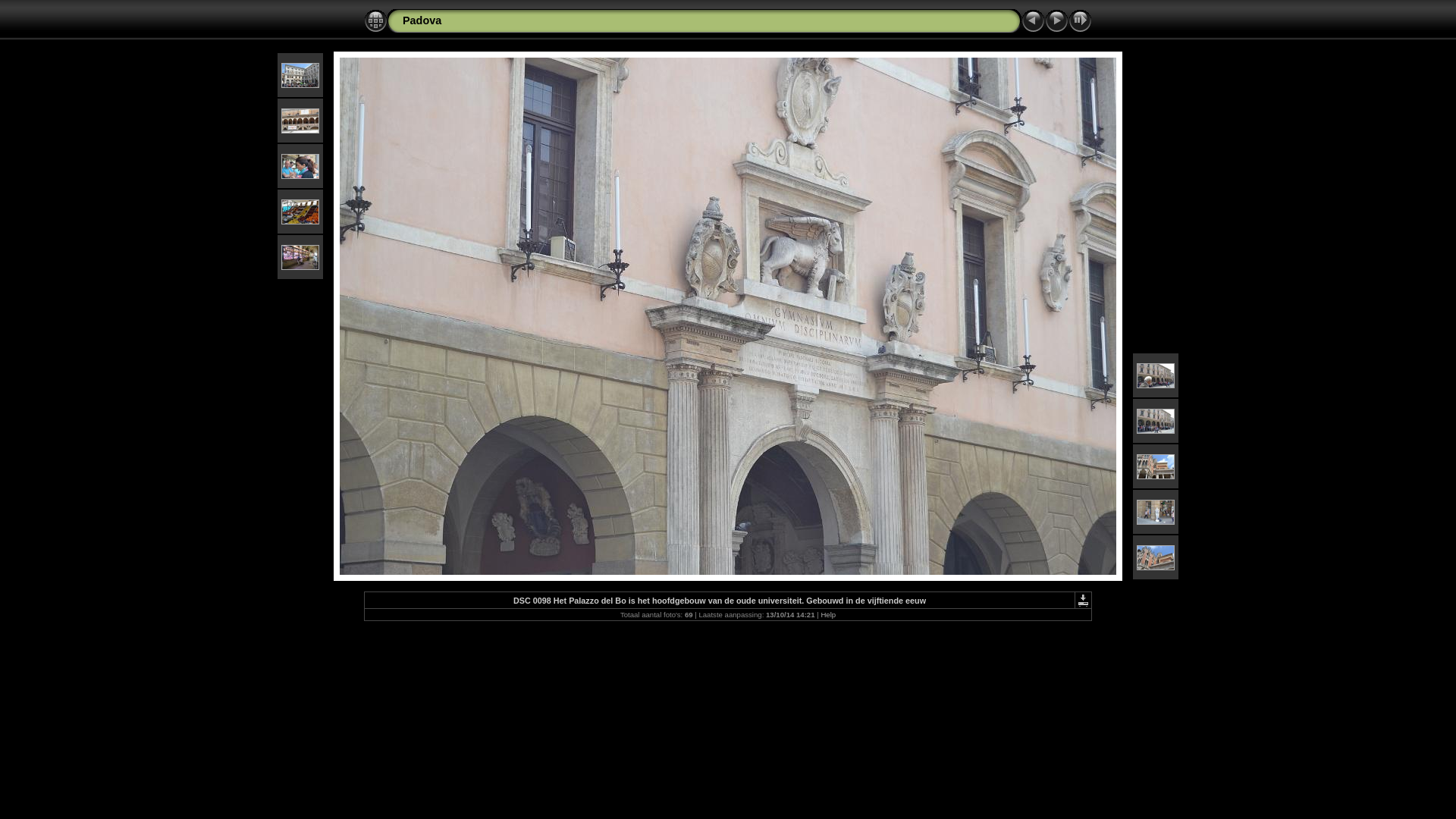  Describe the element at coordinates (1032, 20) in the screenshot. I see `' Vorige foto '` at that location.